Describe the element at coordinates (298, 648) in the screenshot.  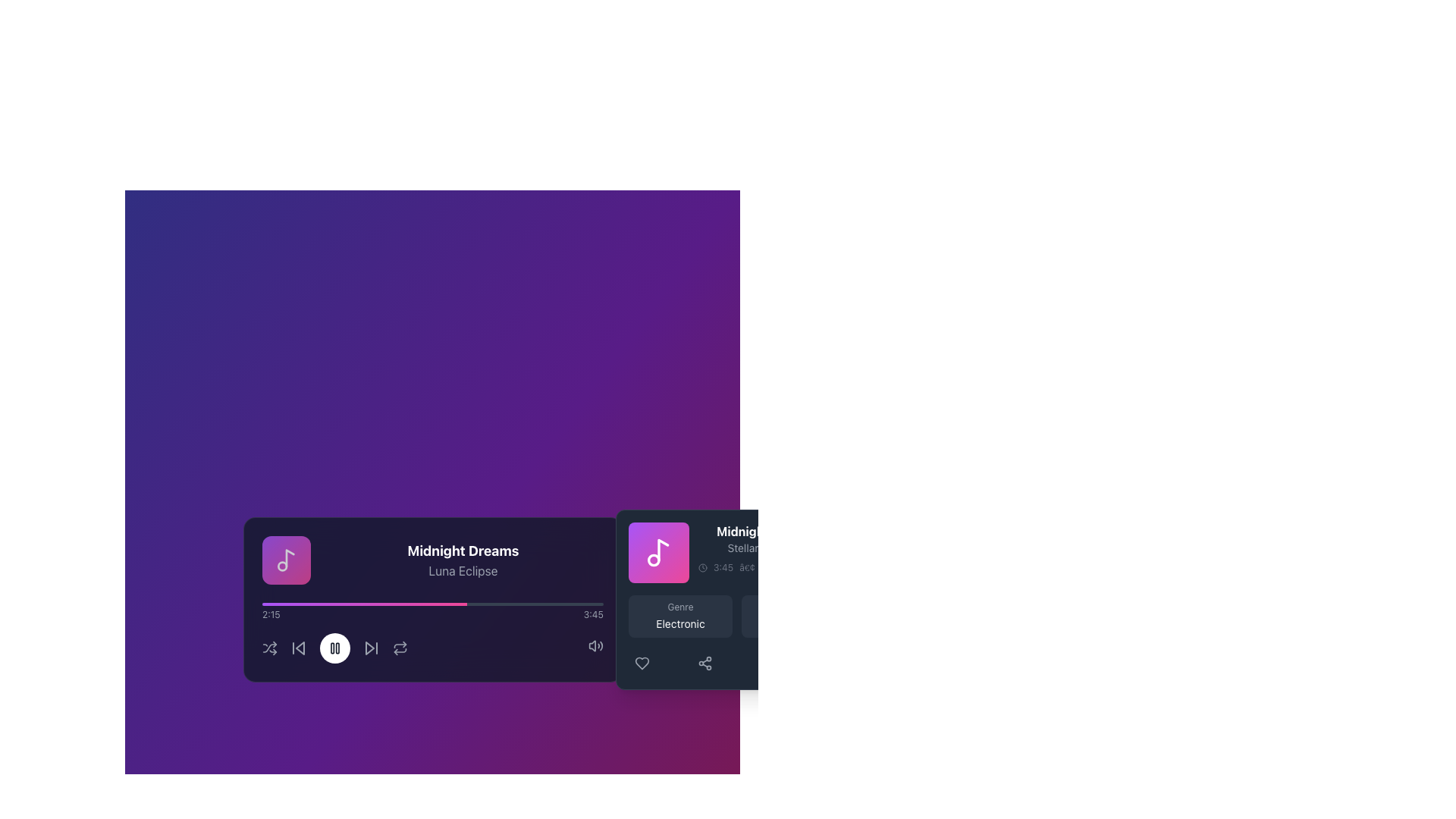
I see `the skip backward button located in the bottom-left section of the music player interface to change the icon's color` at that location.